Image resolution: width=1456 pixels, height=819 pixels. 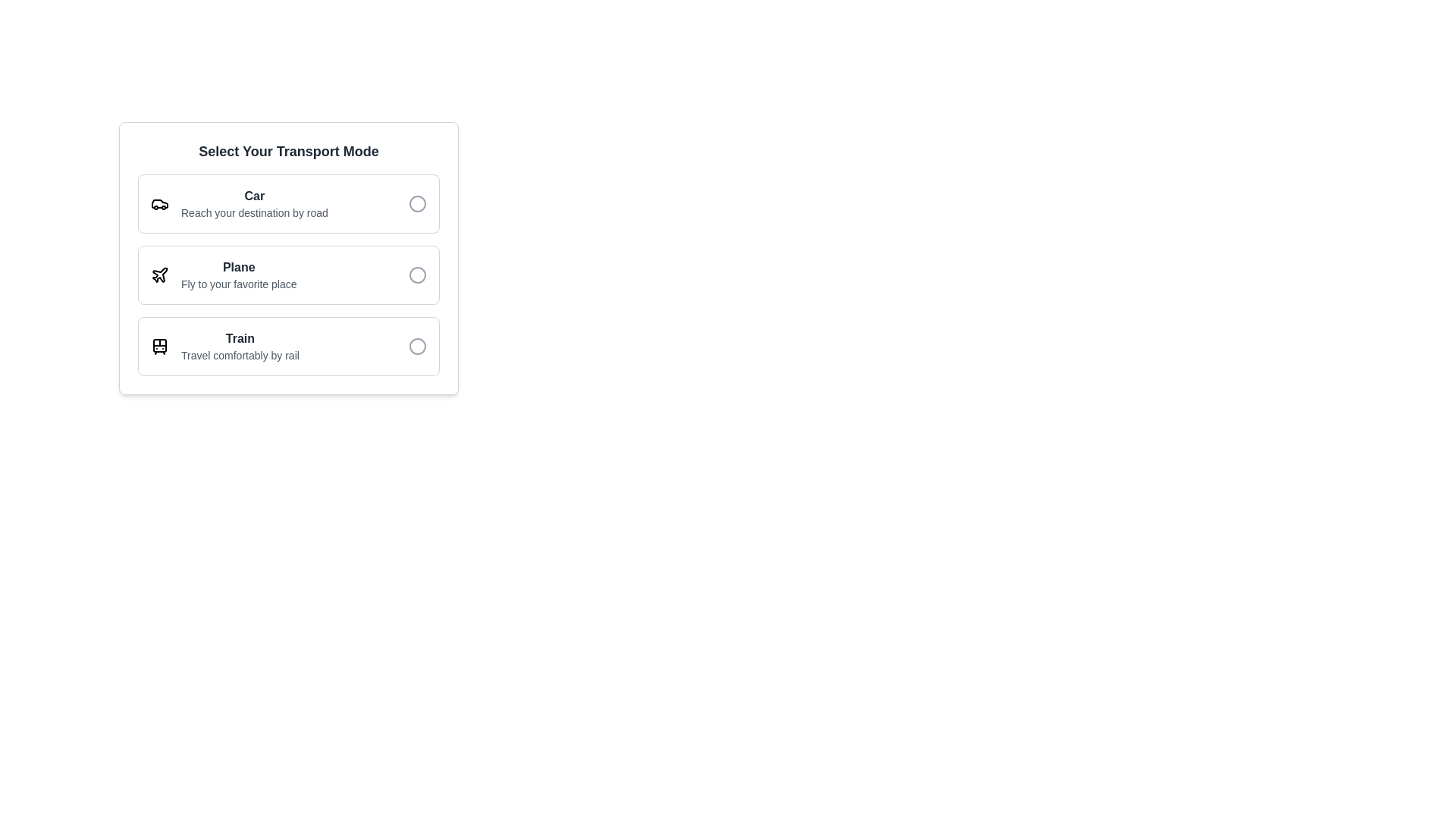 What do you see at coordinates (160, 203) in the screenshot?
I see `the 'Car' transport mode icon, which is the first icon in the transport mode selection list, positioned to the far left of the entry box adjacent to the text 'Car'` at bounding box center [160, 203].